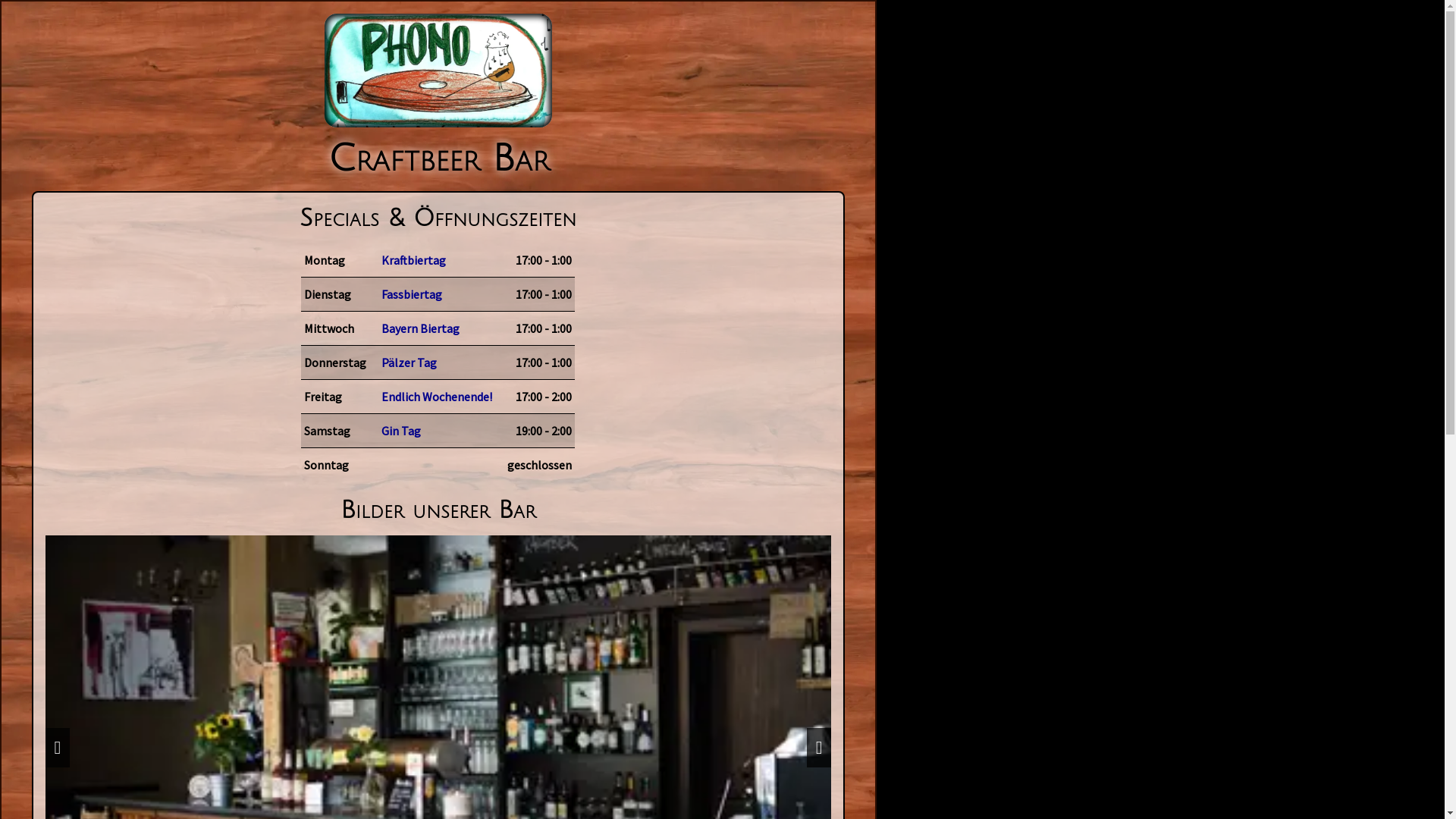  Describe the element at coordinates (436, 396) in the screenshot. I see `'Endlich Wochenende!'` at that location.